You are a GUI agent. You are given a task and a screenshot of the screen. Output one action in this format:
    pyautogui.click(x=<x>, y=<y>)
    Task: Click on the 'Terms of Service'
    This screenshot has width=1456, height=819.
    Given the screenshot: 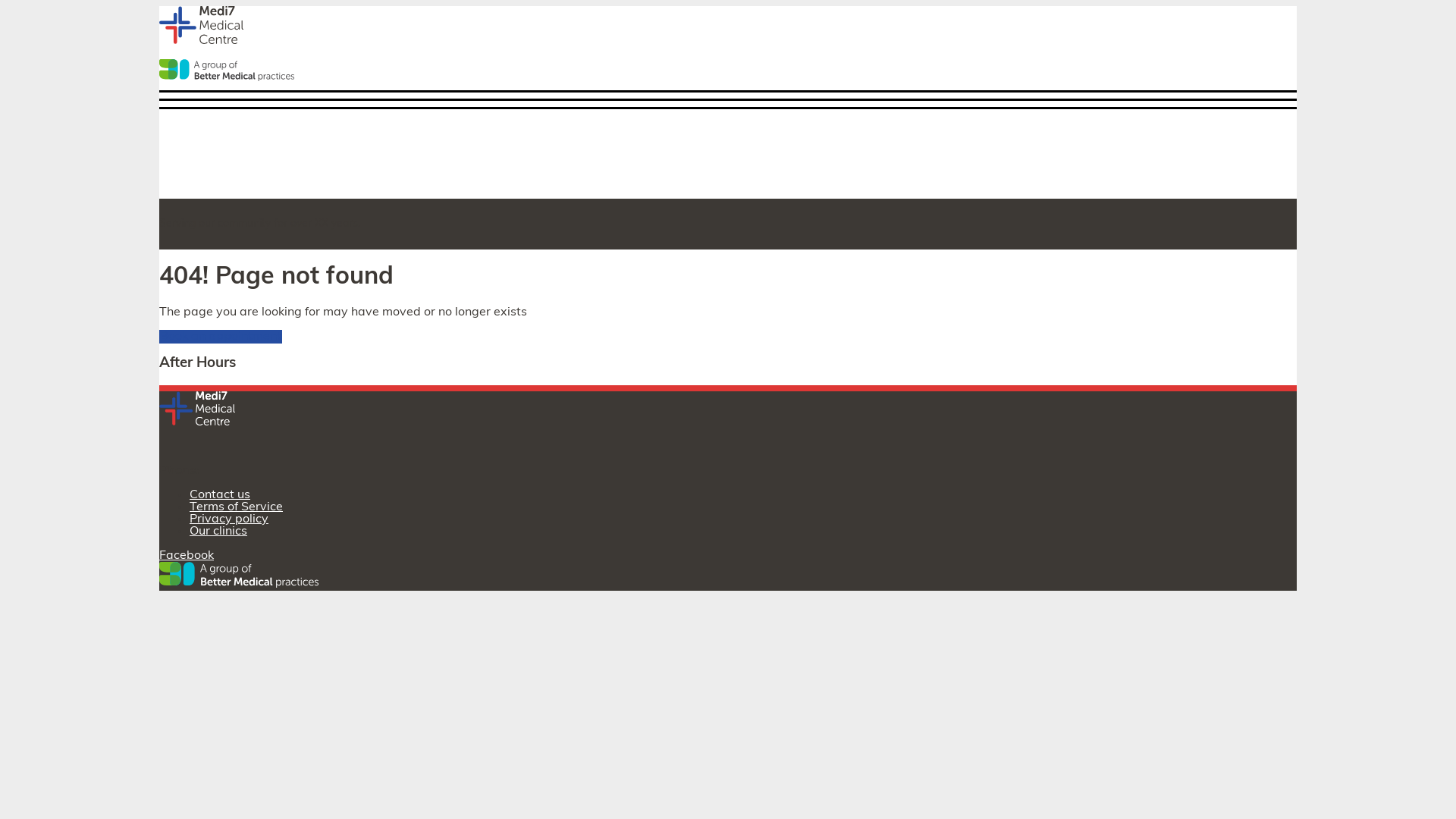 What is the action you would take?
    pyautogui.click(x=188, y=507)
    